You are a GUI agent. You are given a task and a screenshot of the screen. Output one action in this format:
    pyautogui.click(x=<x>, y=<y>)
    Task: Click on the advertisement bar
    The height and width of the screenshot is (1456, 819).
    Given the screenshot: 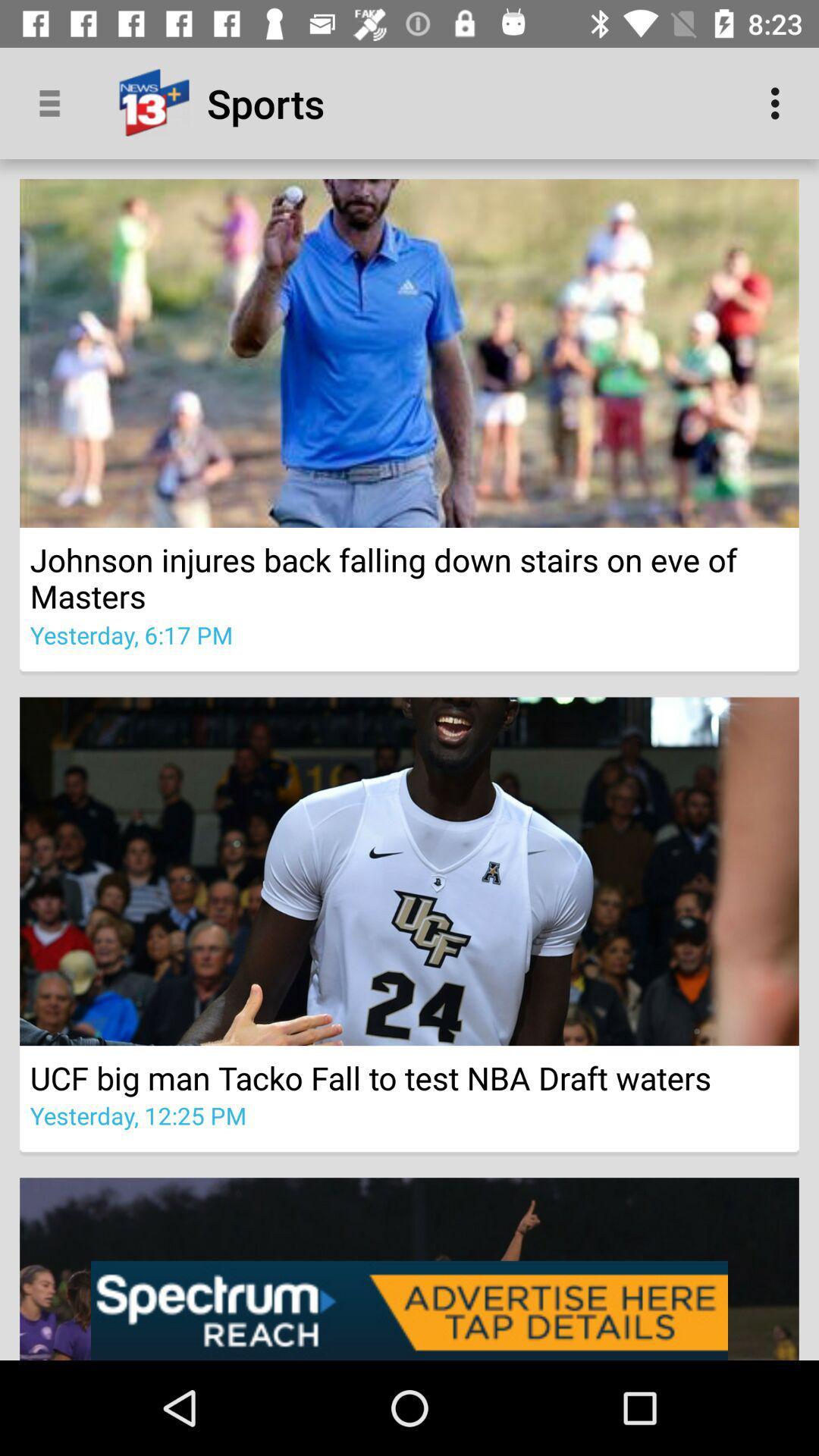 What is the action you would take?
    pyautogui.click(x=409, y=1310)
    